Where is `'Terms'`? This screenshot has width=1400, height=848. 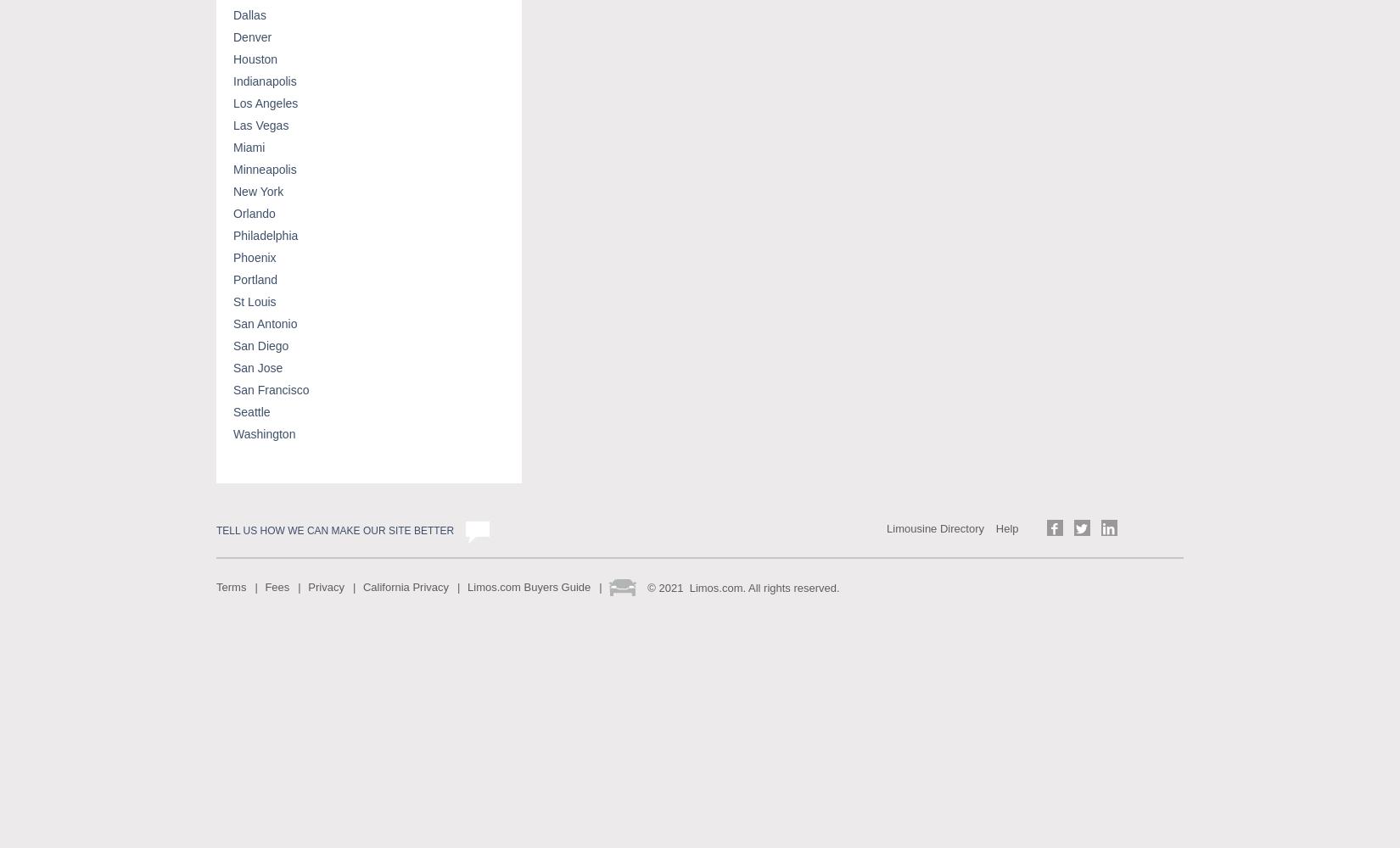
'Terms' is located at coordinates (231, 585).